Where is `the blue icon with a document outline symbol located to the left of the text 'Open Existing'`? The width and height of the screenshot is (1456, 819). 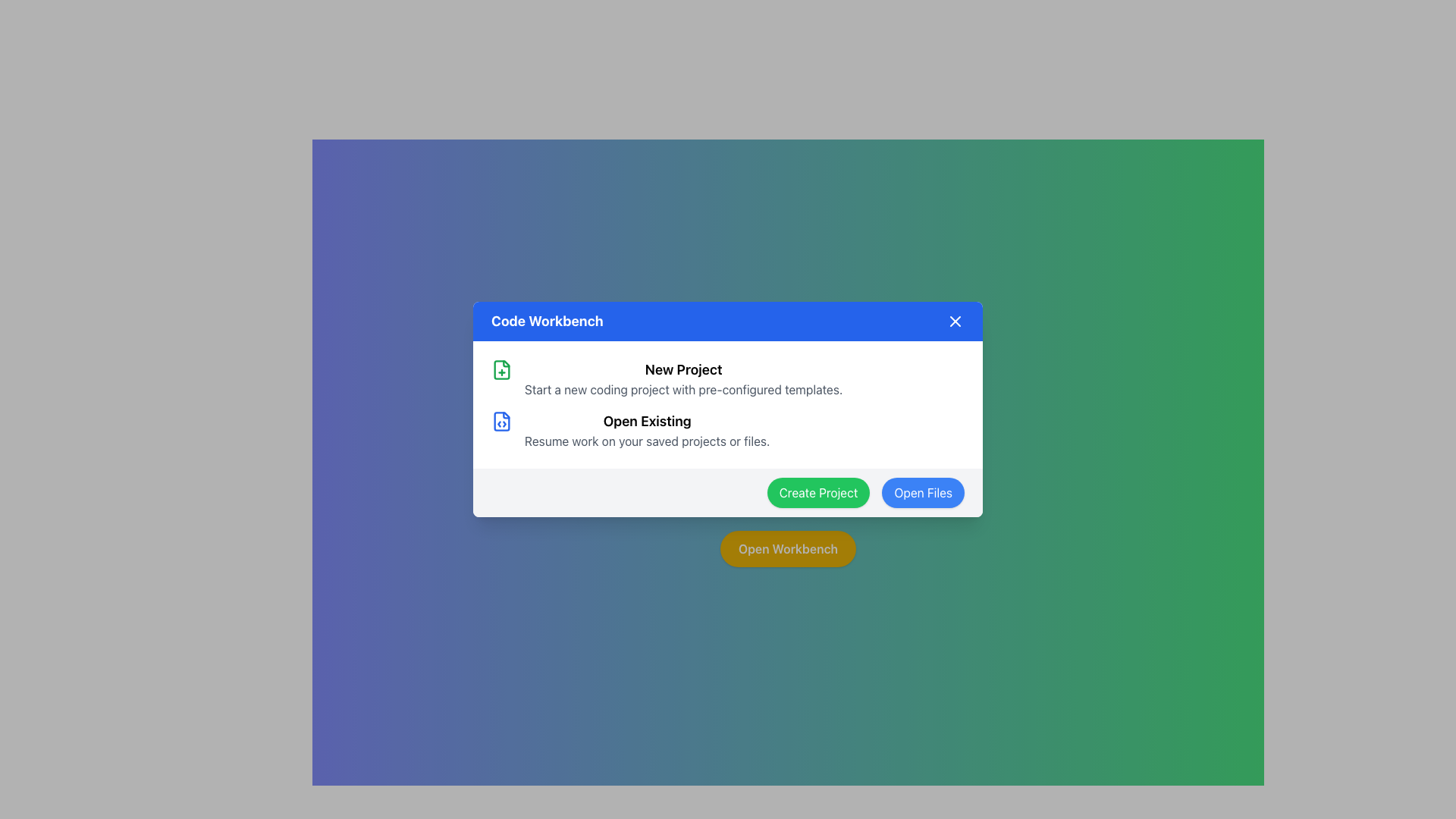 the blue icon with a document outline symbol located to the left of the text 'Open Existing' is located at coordinates (502, 421).